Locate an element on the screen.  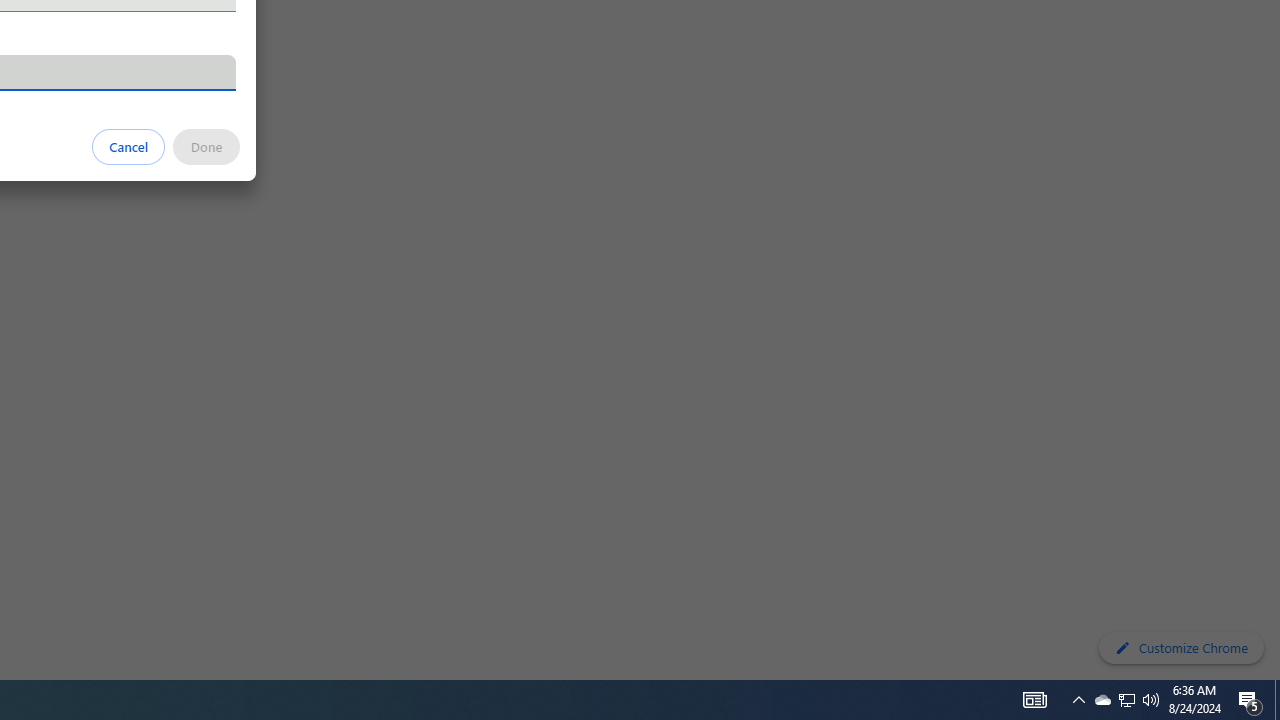
'Cancel' is located at coordinates (128, 145).